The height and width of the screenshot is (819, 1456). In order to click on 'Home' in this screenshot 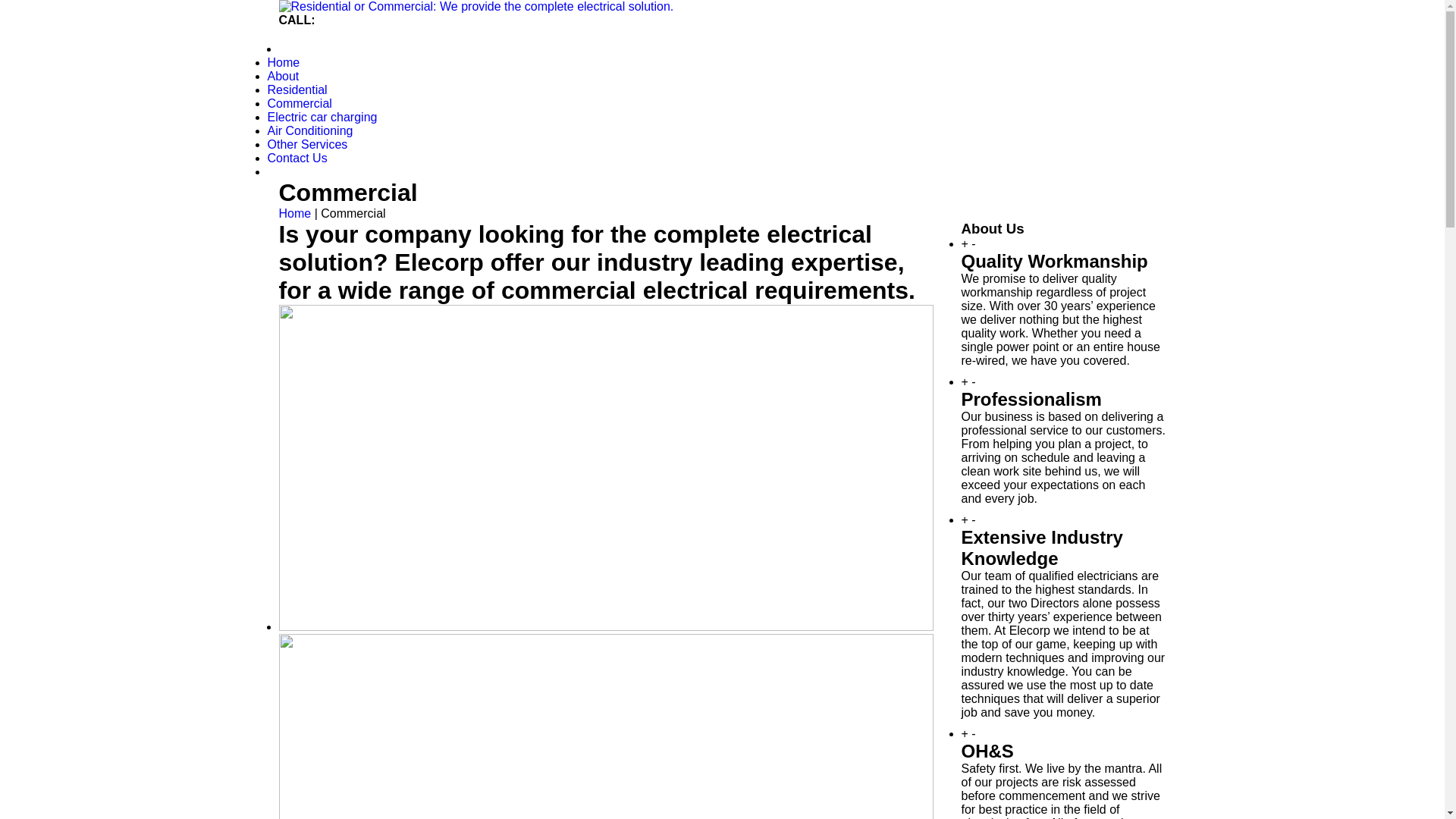, I will do `click(283, 61)`.